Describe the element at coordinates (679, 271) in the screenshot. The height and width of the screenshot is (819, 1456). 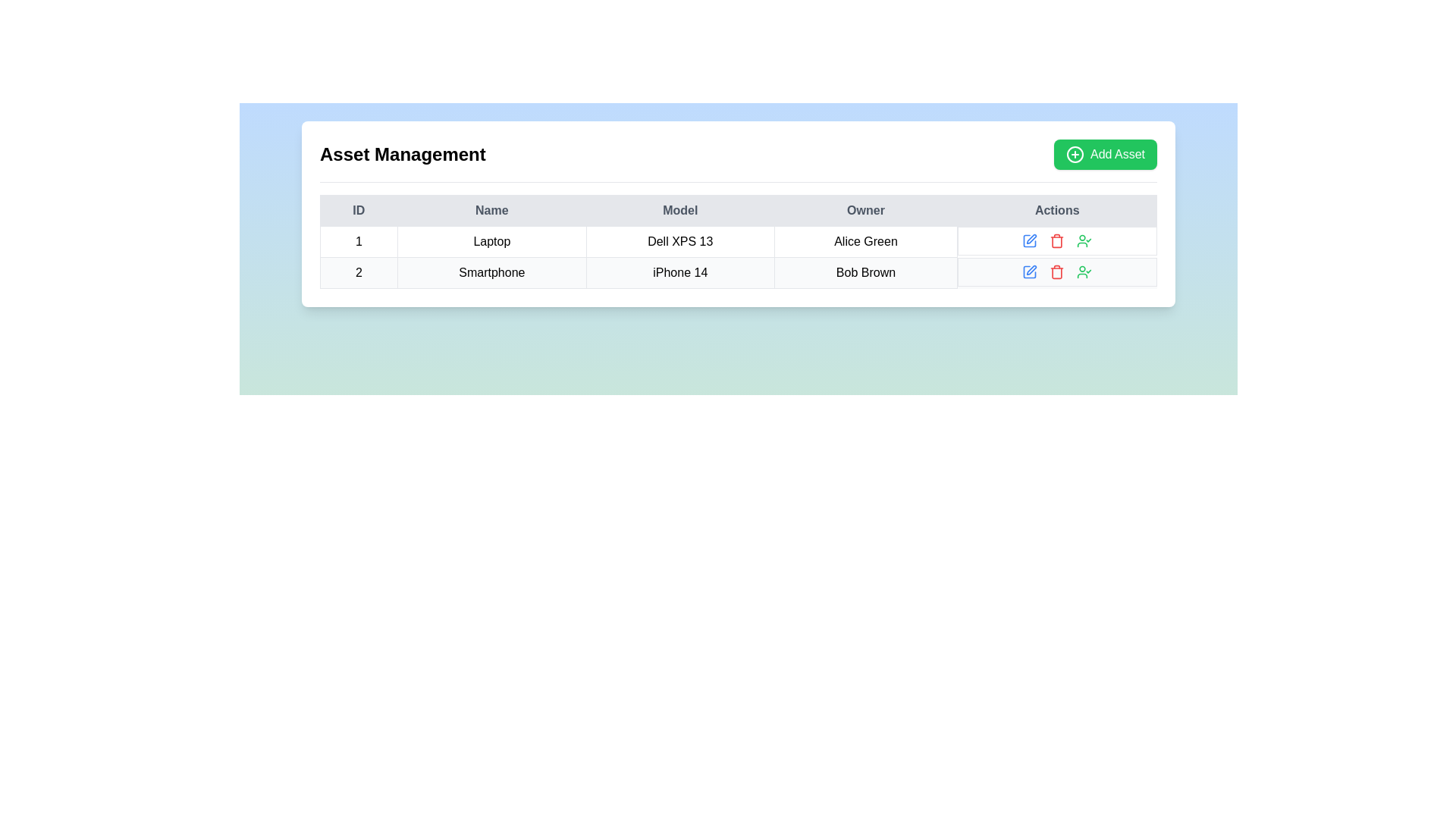
I see `the non-interactive text label displaying 'iPhone 14', located in the second row of a table under the 'Model' column, between 'Smartphone' and 'Bob Brown'` at that location.